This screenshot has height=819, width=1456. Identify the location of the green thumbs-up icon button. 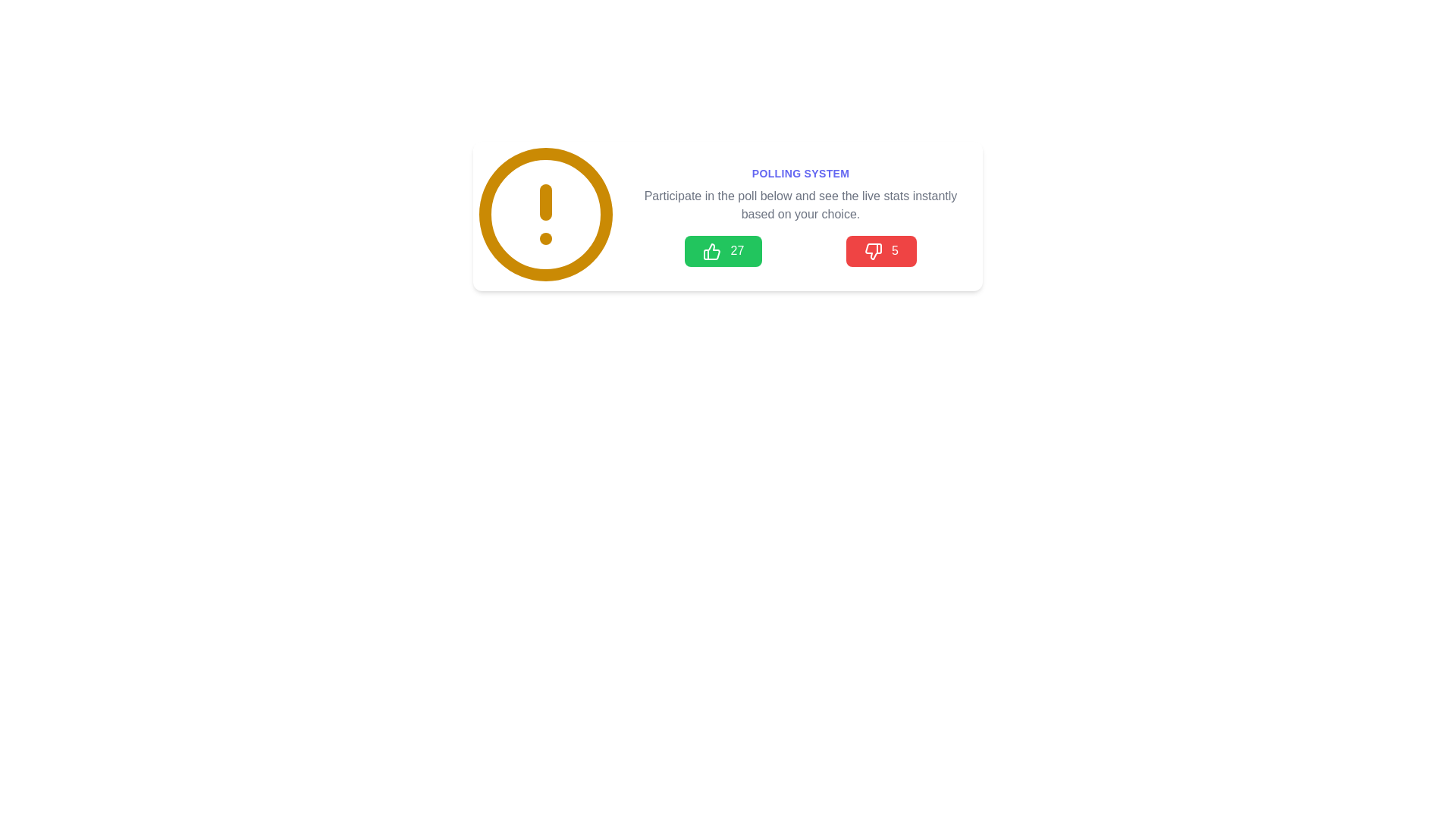
(711, 250).